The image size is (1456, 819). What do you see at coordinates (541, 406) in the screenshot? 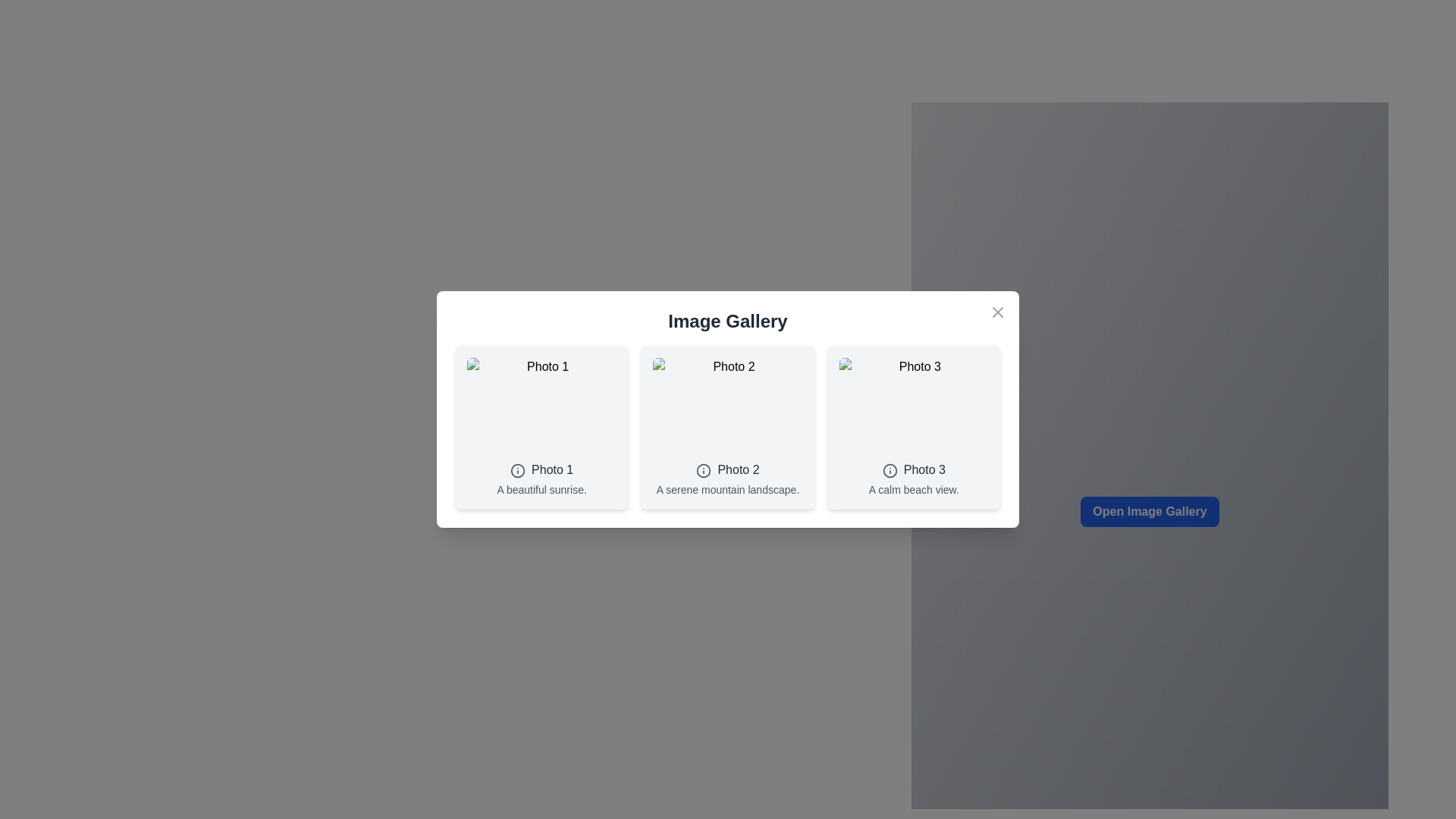
I see `the first image` at bounding box center [541, 406].